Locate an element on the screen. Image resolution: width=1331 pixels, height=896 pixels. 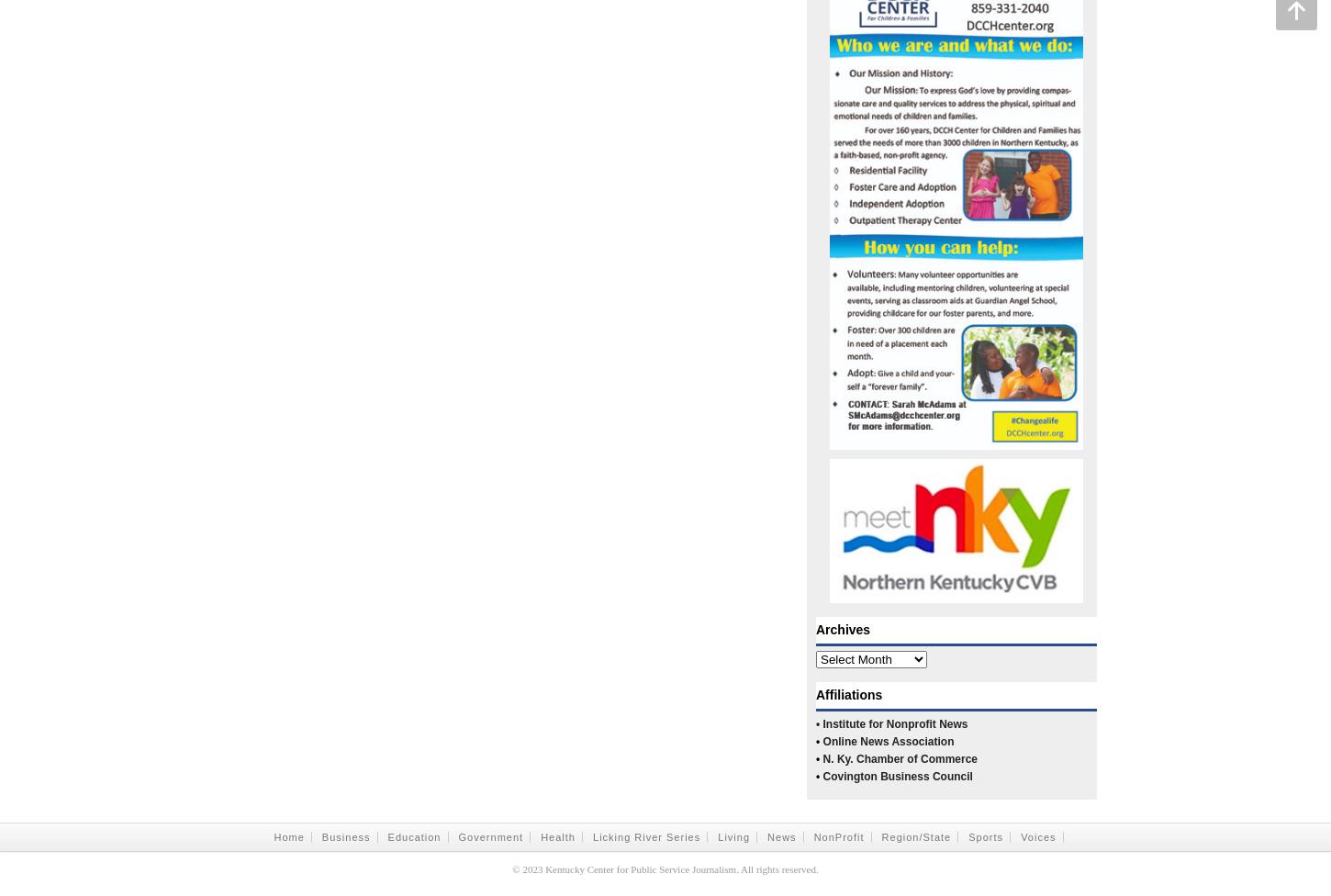
'Kentucky Center for Public Service Journalism' is located at coordinates (545, 868).